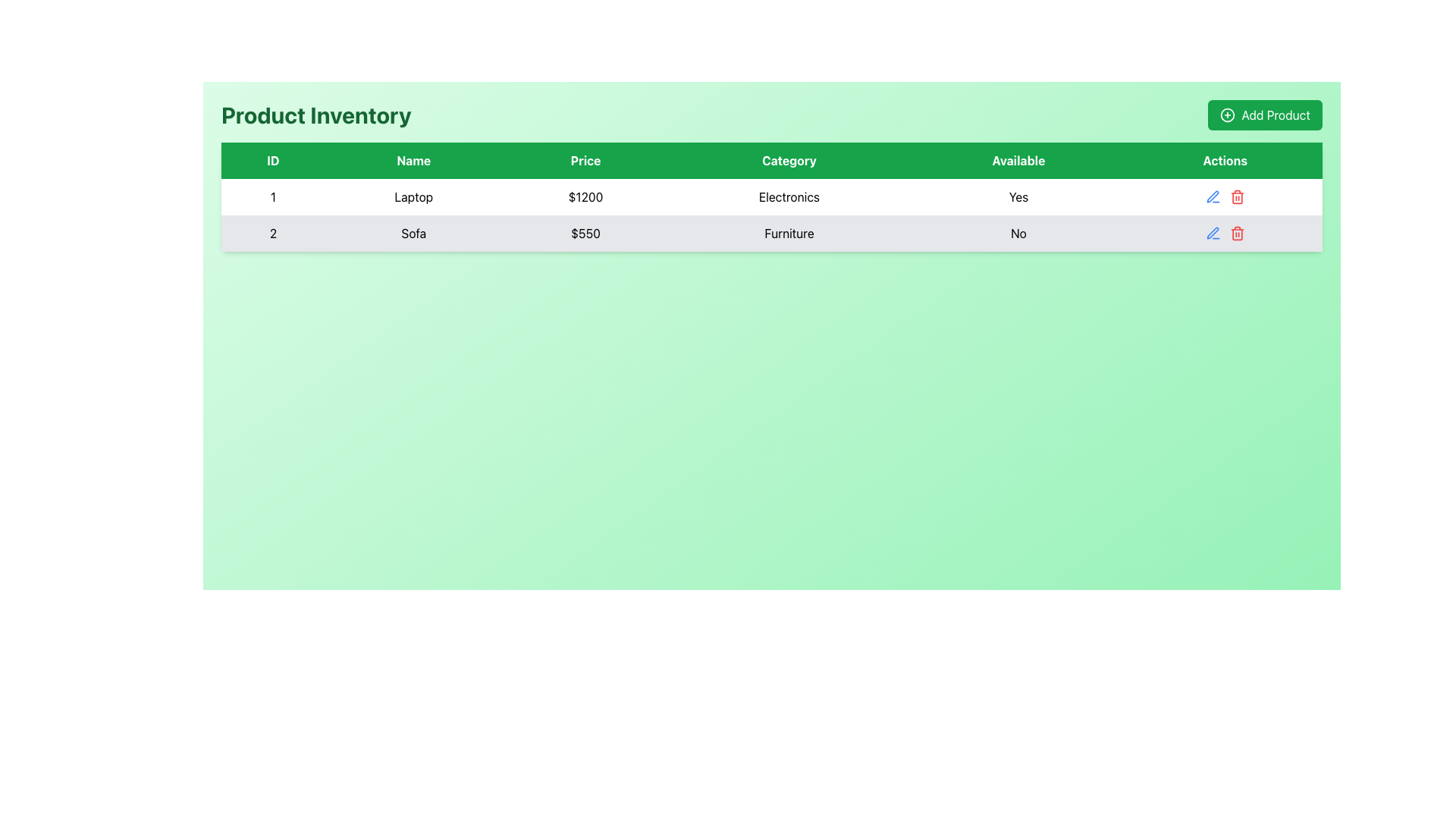 The width and height of the screenshot is (1456, 819). I want to click on the delete icon in the last cell of the second row of the table under the 'Actions' column, so click(1225, 234).